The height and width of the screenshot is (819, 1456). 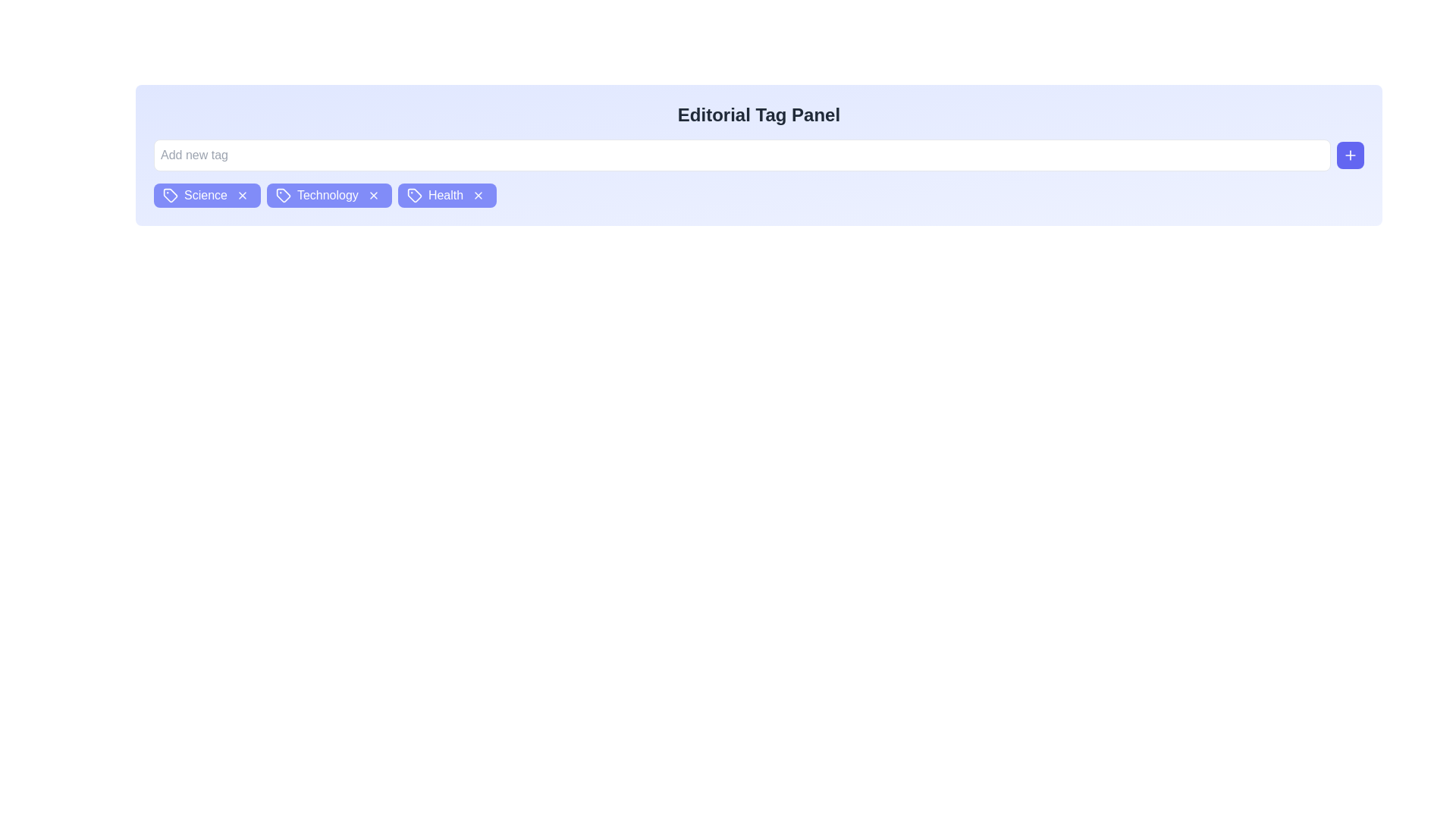 What do you see at coordinates (478, 195) in the screenshot?
I see `the Close button (cross icon) located at the far-right end of the 'Health' tag in the Editorial Tag Panel to potentially display a tooltip` at bounding box center [478, 195].